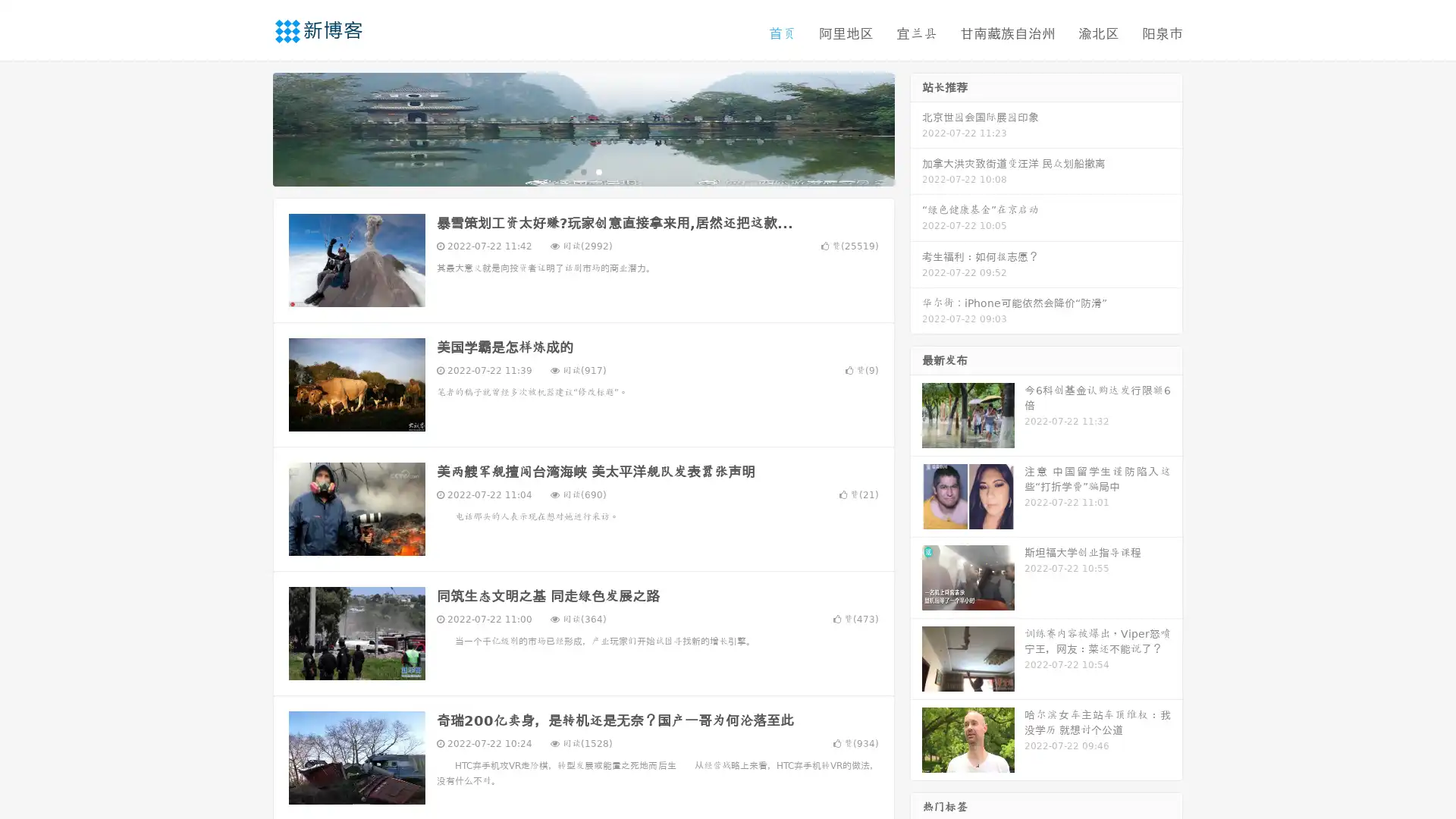 Image resolution: width=1456 pixels, height=819 pixels. What do you see at coordinates (916, 127) in the screenshot?
I see `Next slide` at bounding box center [916, 127].